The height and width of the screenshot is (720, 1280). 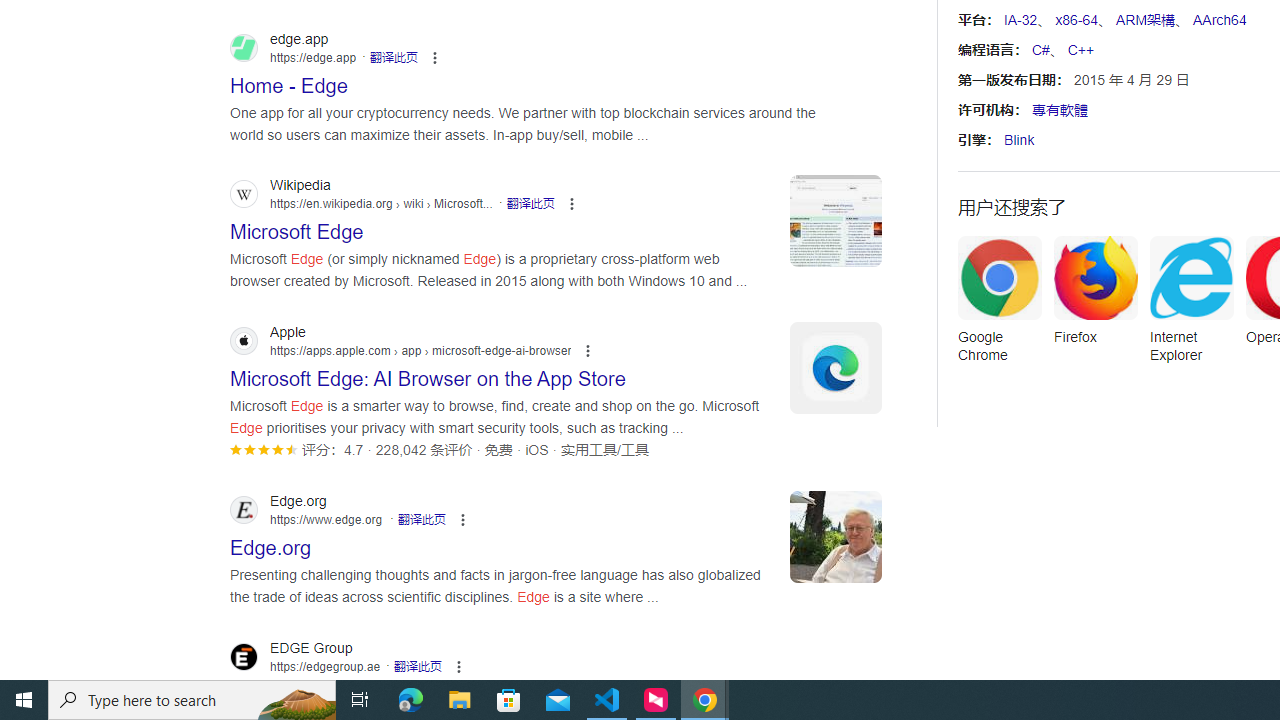 I want to click on 'Firefox', so click(x=1094, y=297).